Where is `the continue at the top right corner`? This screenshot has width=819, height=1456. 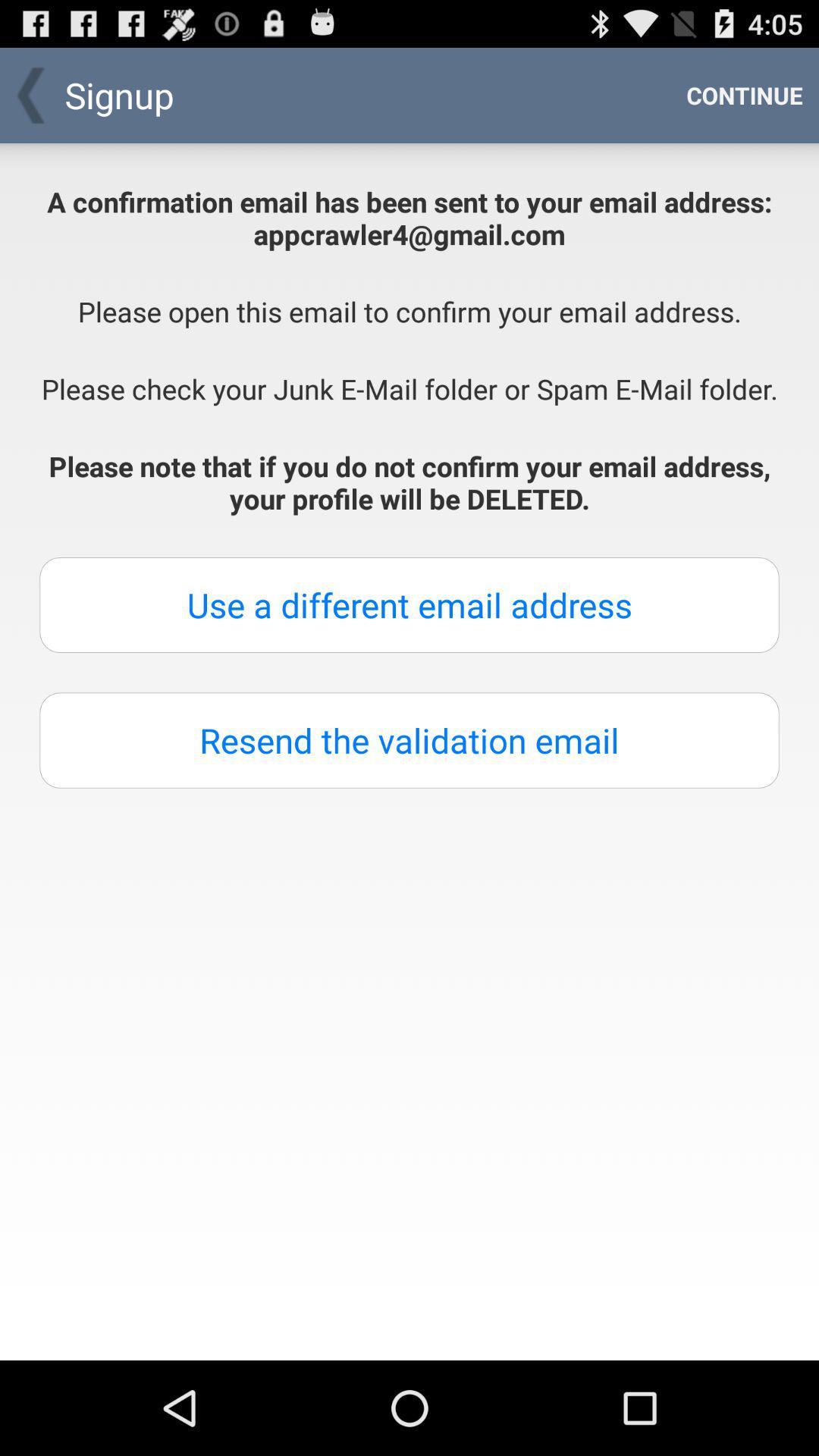
the continue at the top right corner is located at coordinates (744, 94).